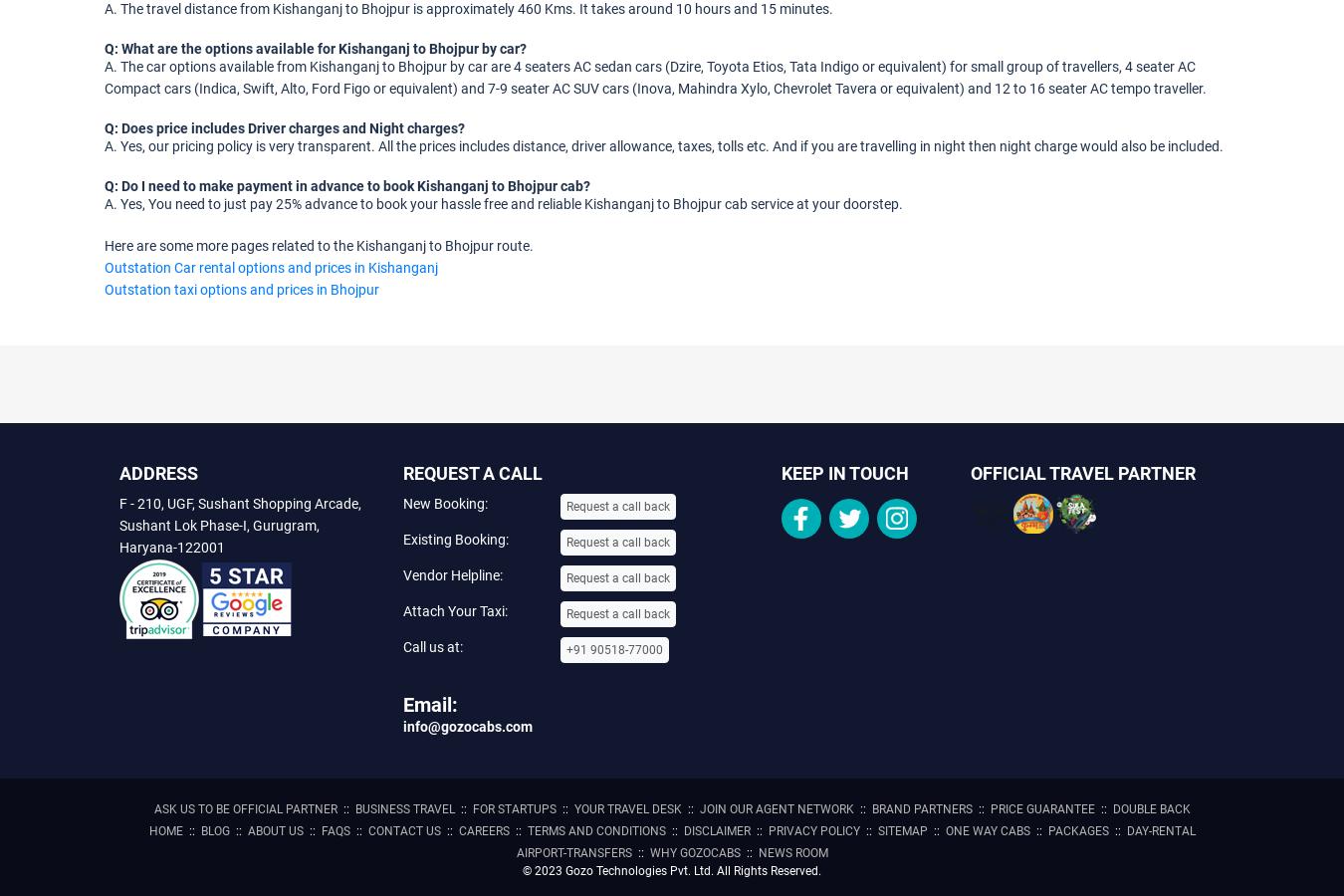 The height and width of the screenshot is (896, 1344). What do you see at coordinates (512, 807) in the screenshot?
I see `'For Startups'` at bounding box center [512, 807].